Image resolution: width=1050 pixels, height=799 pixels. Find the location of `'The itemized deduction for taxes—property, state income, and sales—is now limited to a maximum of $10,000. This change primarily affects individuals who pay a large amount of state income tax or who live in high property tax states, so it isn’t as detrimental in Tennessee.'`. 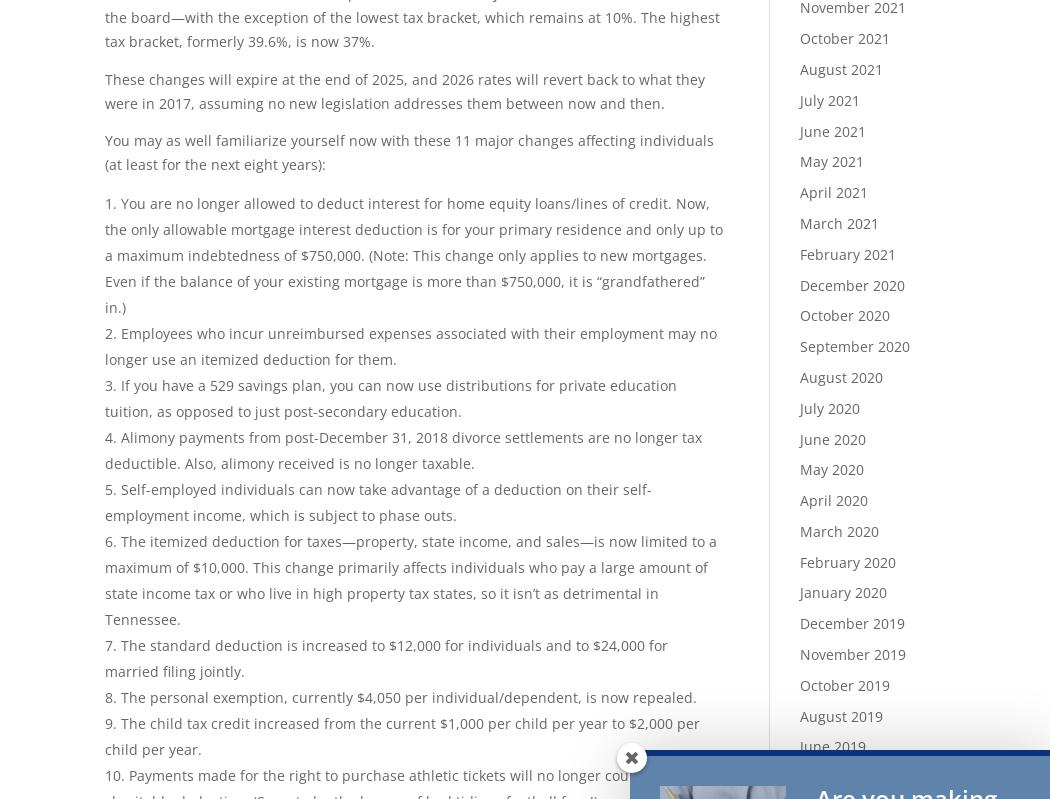

'The itemized deduction for taxes—property, state income, and sales—is now limited to a maximum of $10,000. This change primarily affects individuals who pay a large amount of state income tax or who live in high property tax states, so it isn’t as detrimental in Tennessee.' is located at coordinates (105, 579).